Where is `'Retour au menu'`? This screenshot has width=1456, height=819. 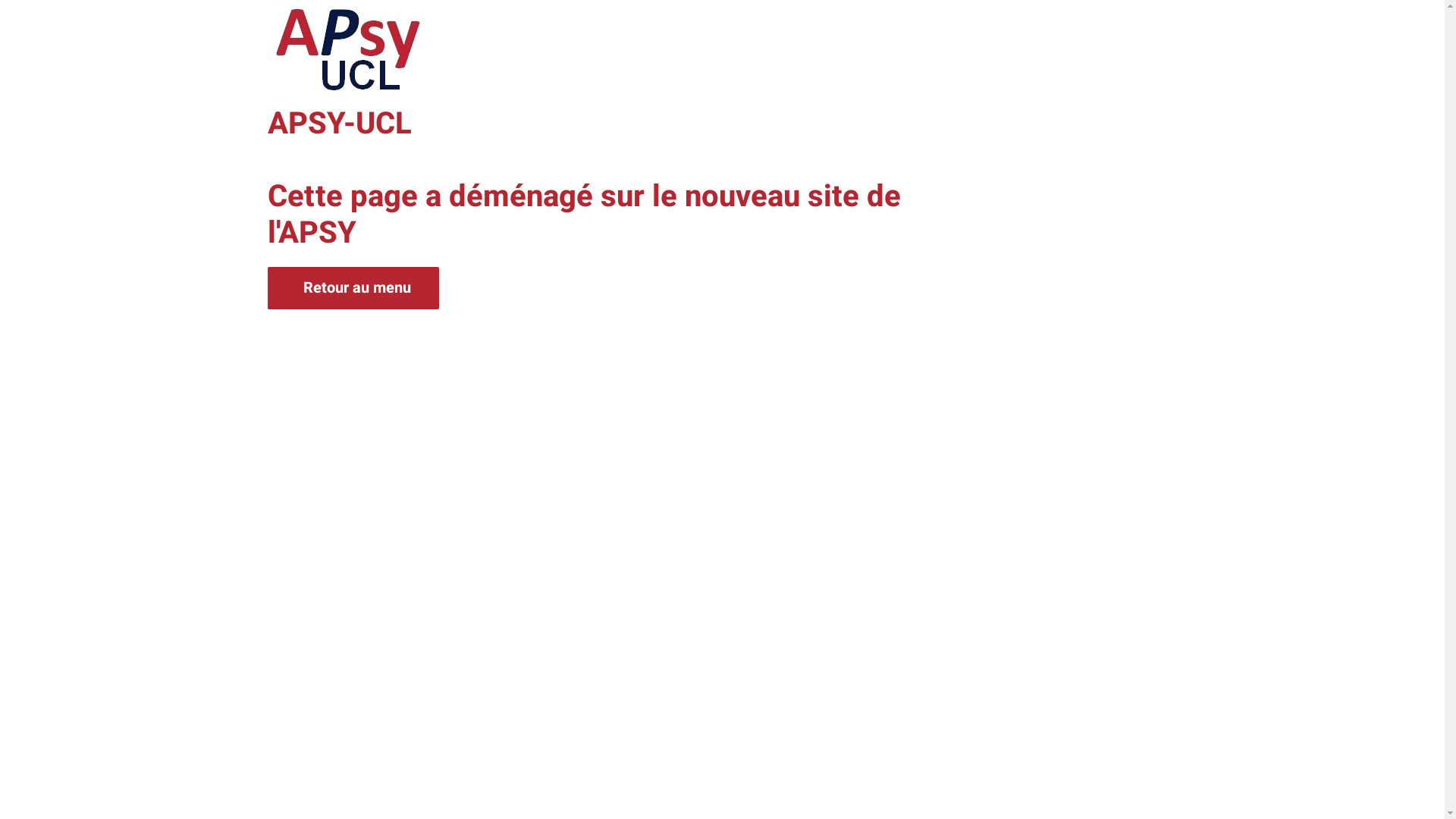
'Retour au menu' is located at coordinates (352, 288).